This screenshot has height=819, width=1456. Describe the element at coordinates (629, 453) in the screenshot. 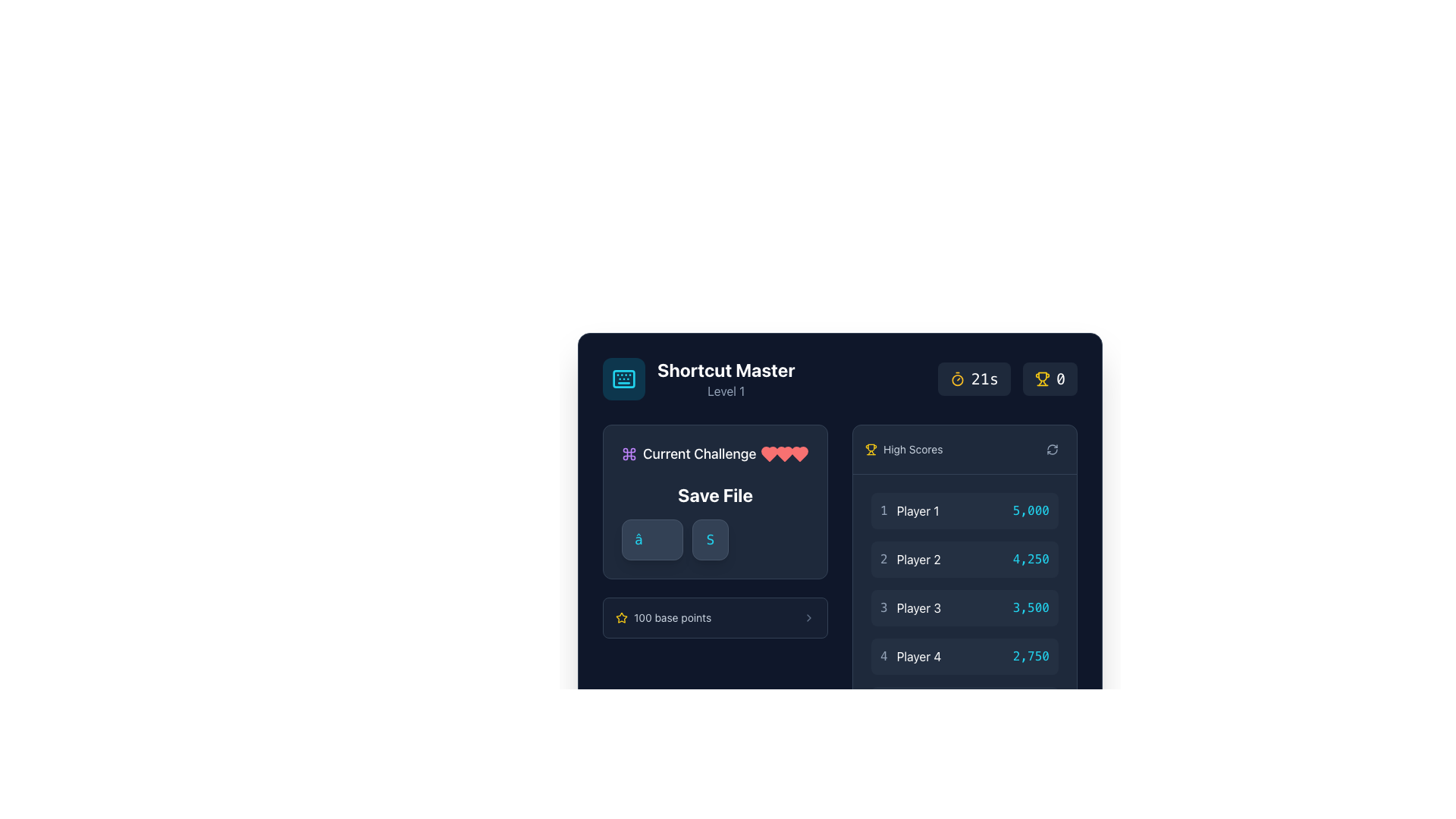

I see `the icon positioned in the upper-left section of the interface, which is directly to the left of the text 'Shortcut Master' and above the descriptor 'Level 1'` at that location.